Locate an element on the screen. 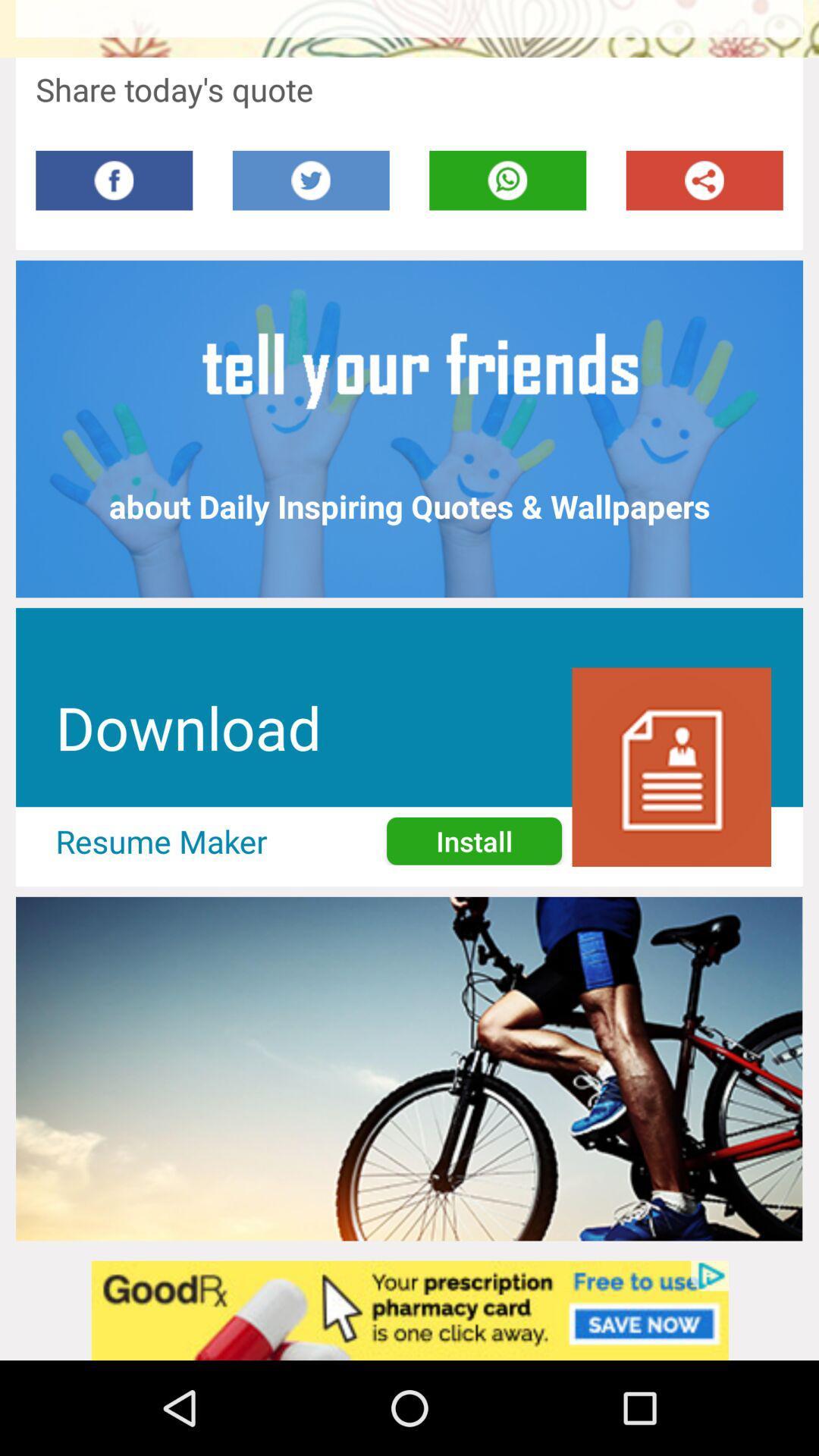  this button shares page on whatsapp is located at coordinates (507, 180).